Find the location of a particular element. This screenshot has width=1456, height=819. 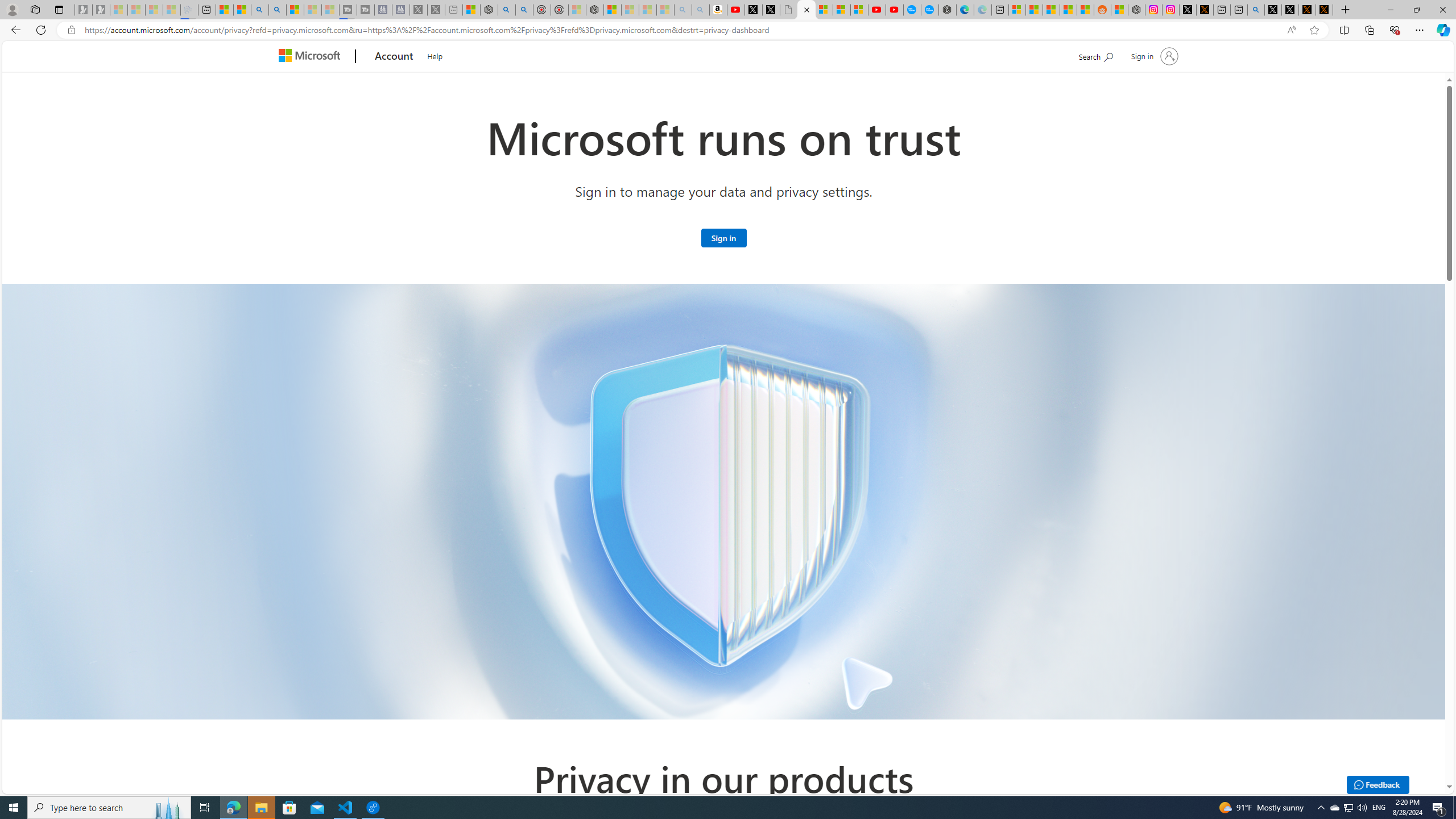

'Microsoft account | Microsoft Account Privacy Settings' is located at coordinates (1016, 9).